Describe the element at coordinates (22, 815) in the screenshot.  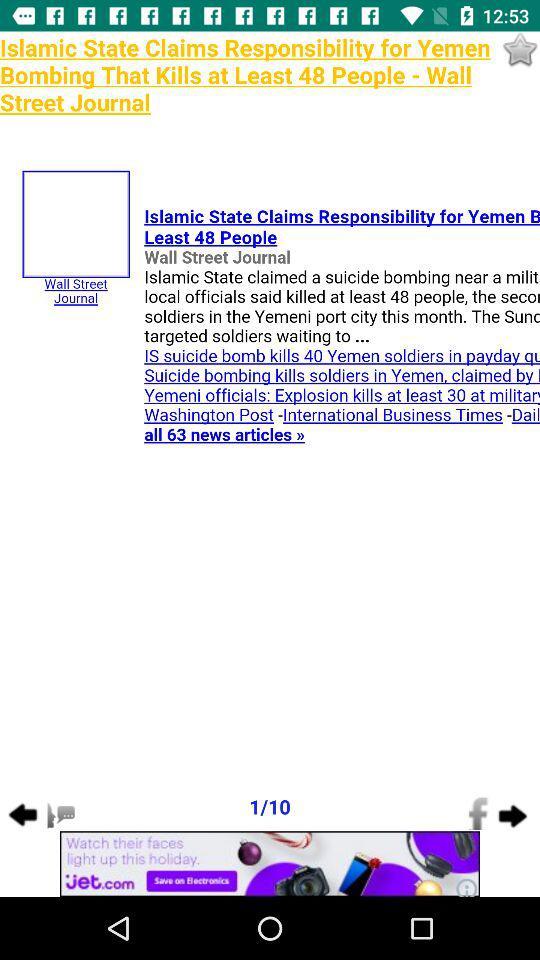
I see `the arrow_backward icon` at that location.